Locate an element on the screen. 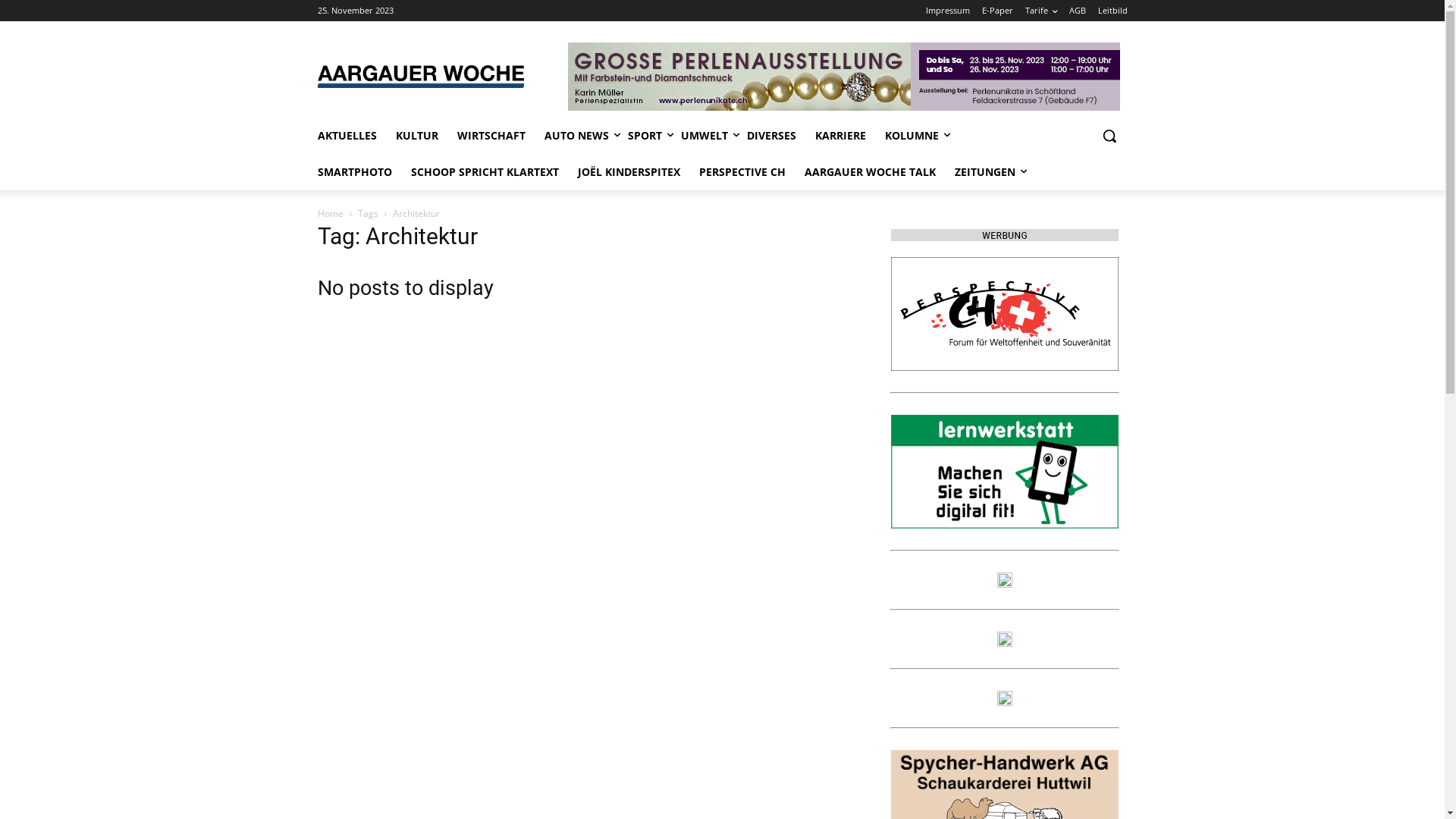 This screenshot has height=819, width=1456. 'SMARTPHOTO' is located at coordinates (353, 171).